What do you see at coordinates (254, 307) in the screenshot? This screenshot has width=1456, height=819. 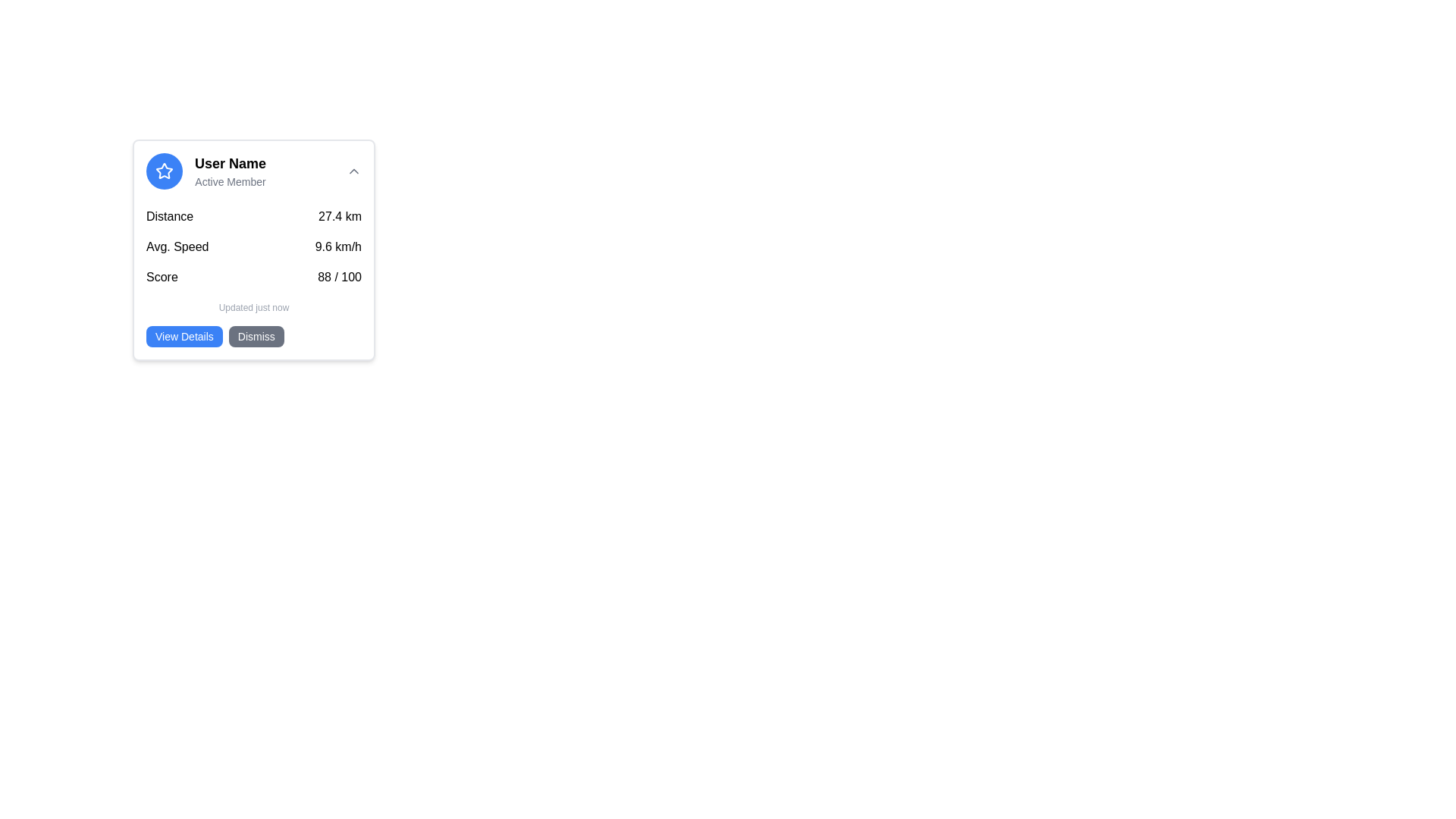 I see `the small text label displaying 'Updated just now', which is positioned below the 'Score' row and above the 'View Details' and 'Dismiss' buttons` at bounding box center [254, 307].